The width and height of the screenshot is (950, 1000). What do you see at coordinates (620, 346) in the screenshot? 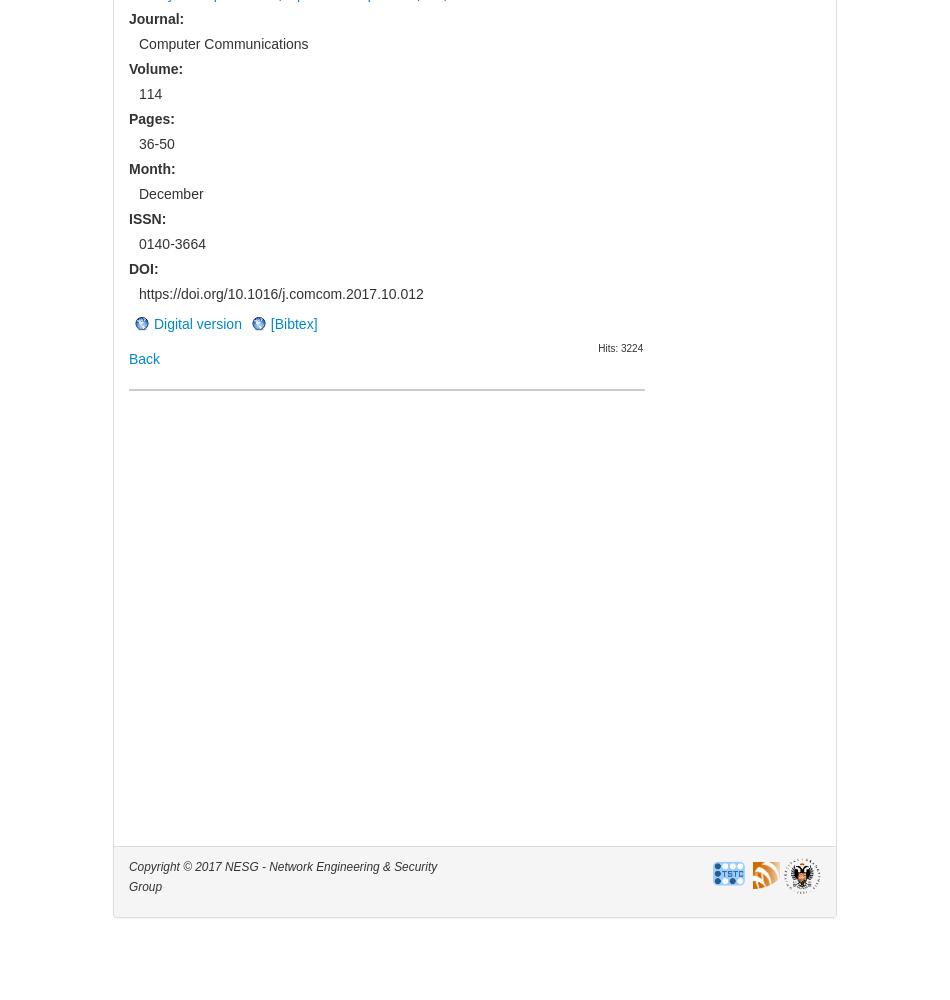
I see `'Hits: 3224'` at bounding box center [620, 346].